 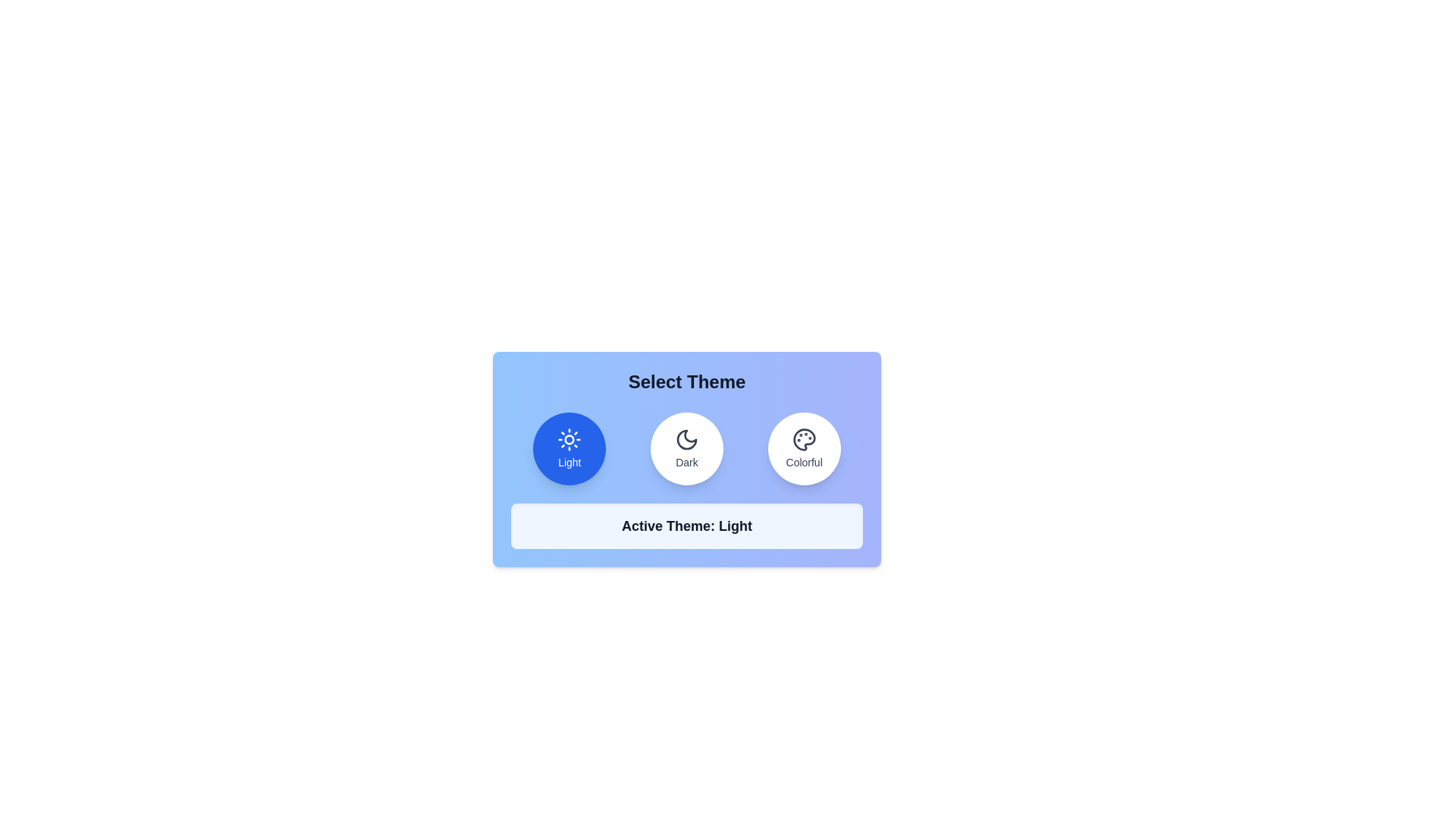 What do you see at coordinates (686, 526) in the screenshot?
I see `the text of the element displaying the active theme` at bounding box center [686, 526].